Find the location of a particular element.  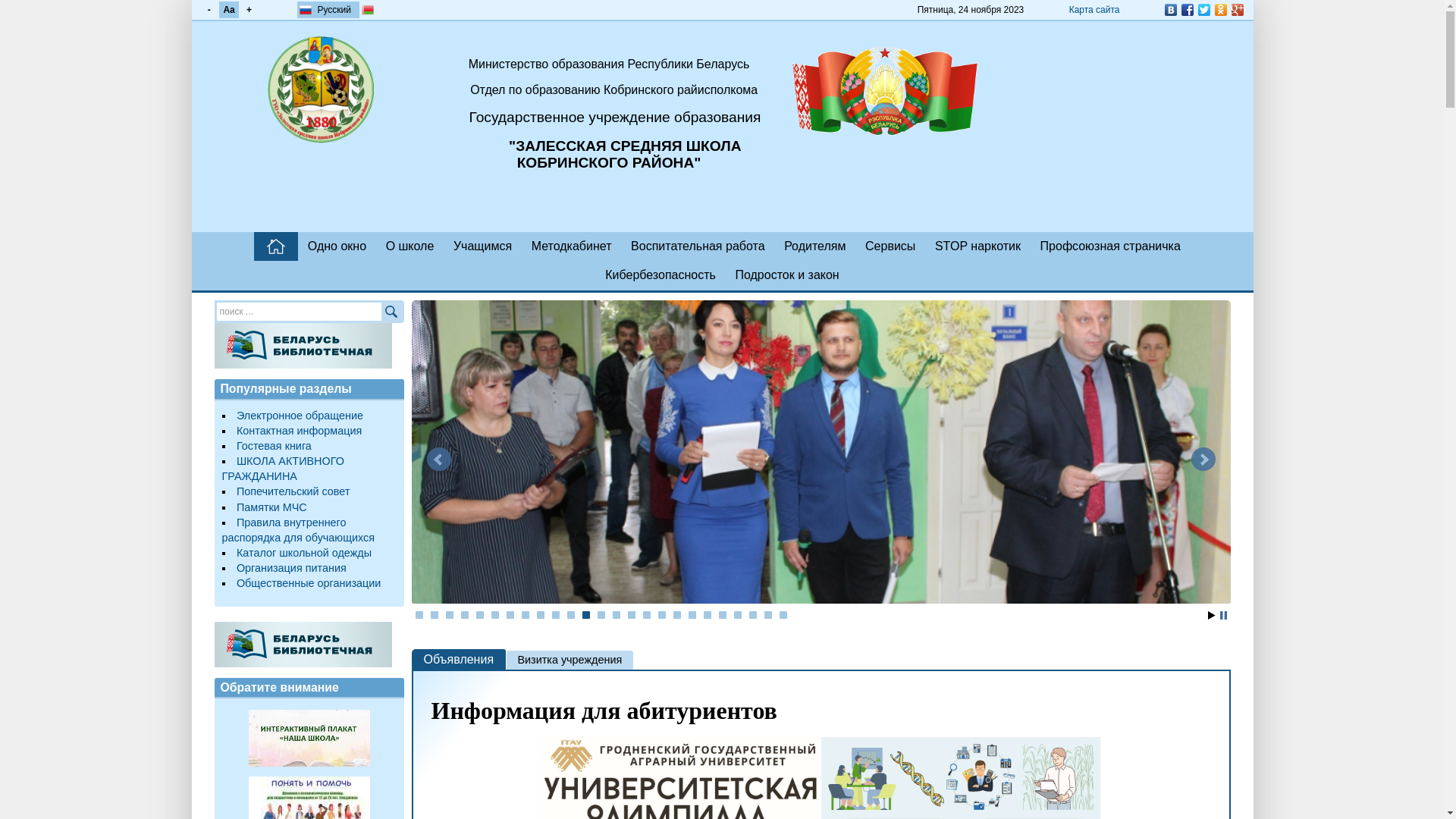

'Twitter' is located at coordinates (1194, 9).